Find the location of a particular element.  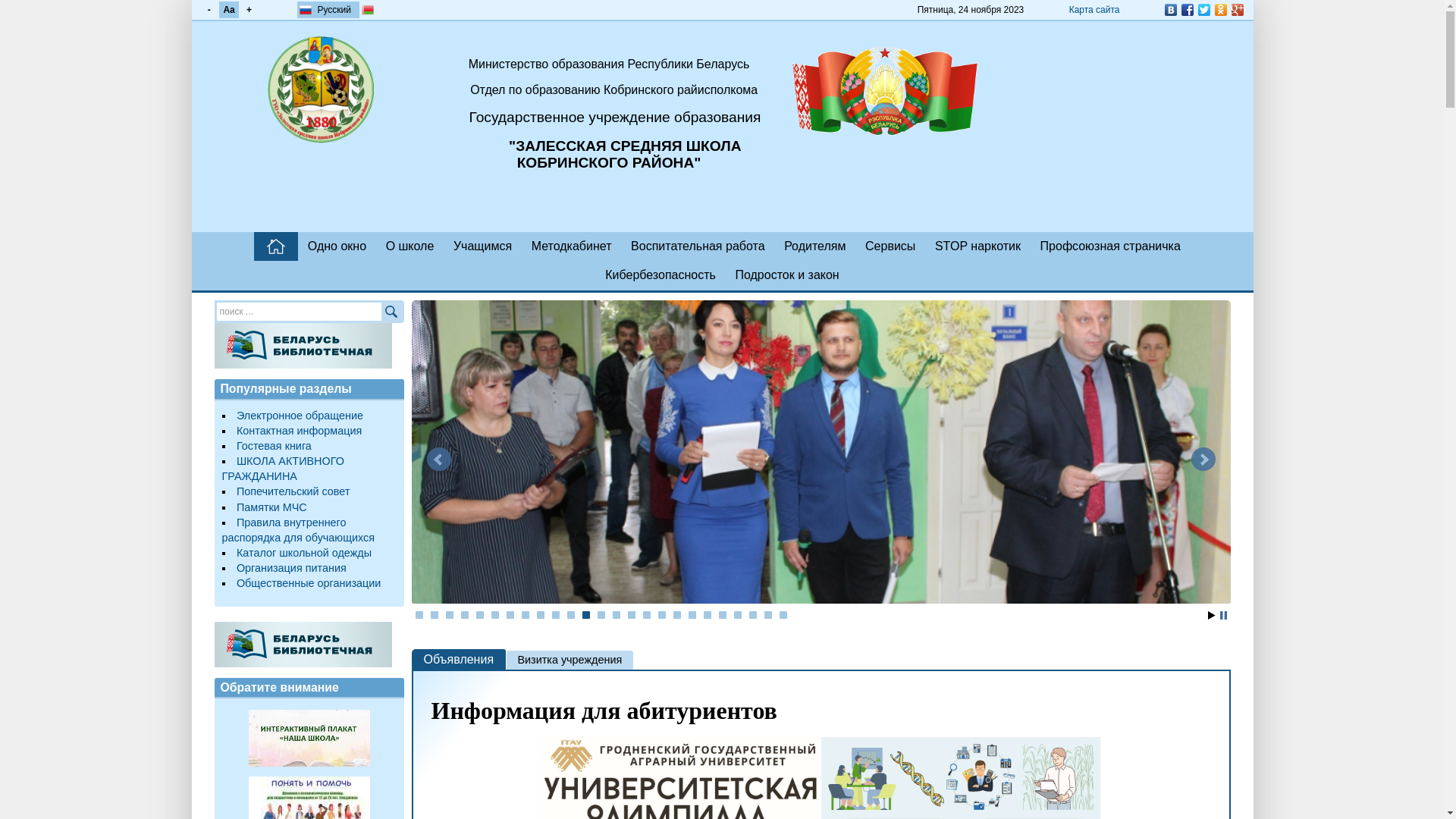

'Twitter' is located at coordinates (1194, 9).